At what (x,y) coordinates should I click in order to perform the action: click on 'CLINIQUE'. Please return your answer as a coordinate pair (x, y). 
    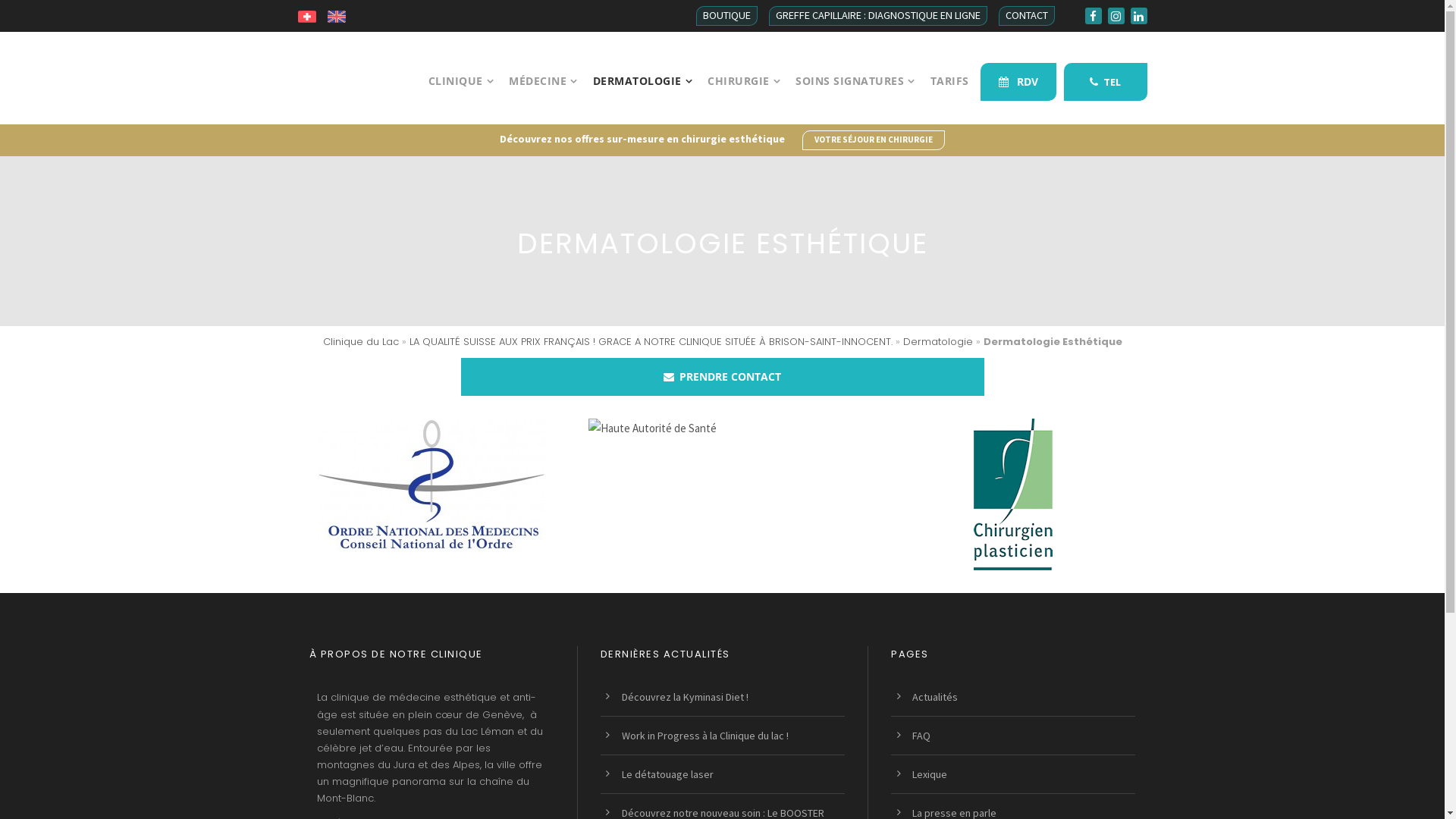
    Looking at the image, I should click on (460, 99).